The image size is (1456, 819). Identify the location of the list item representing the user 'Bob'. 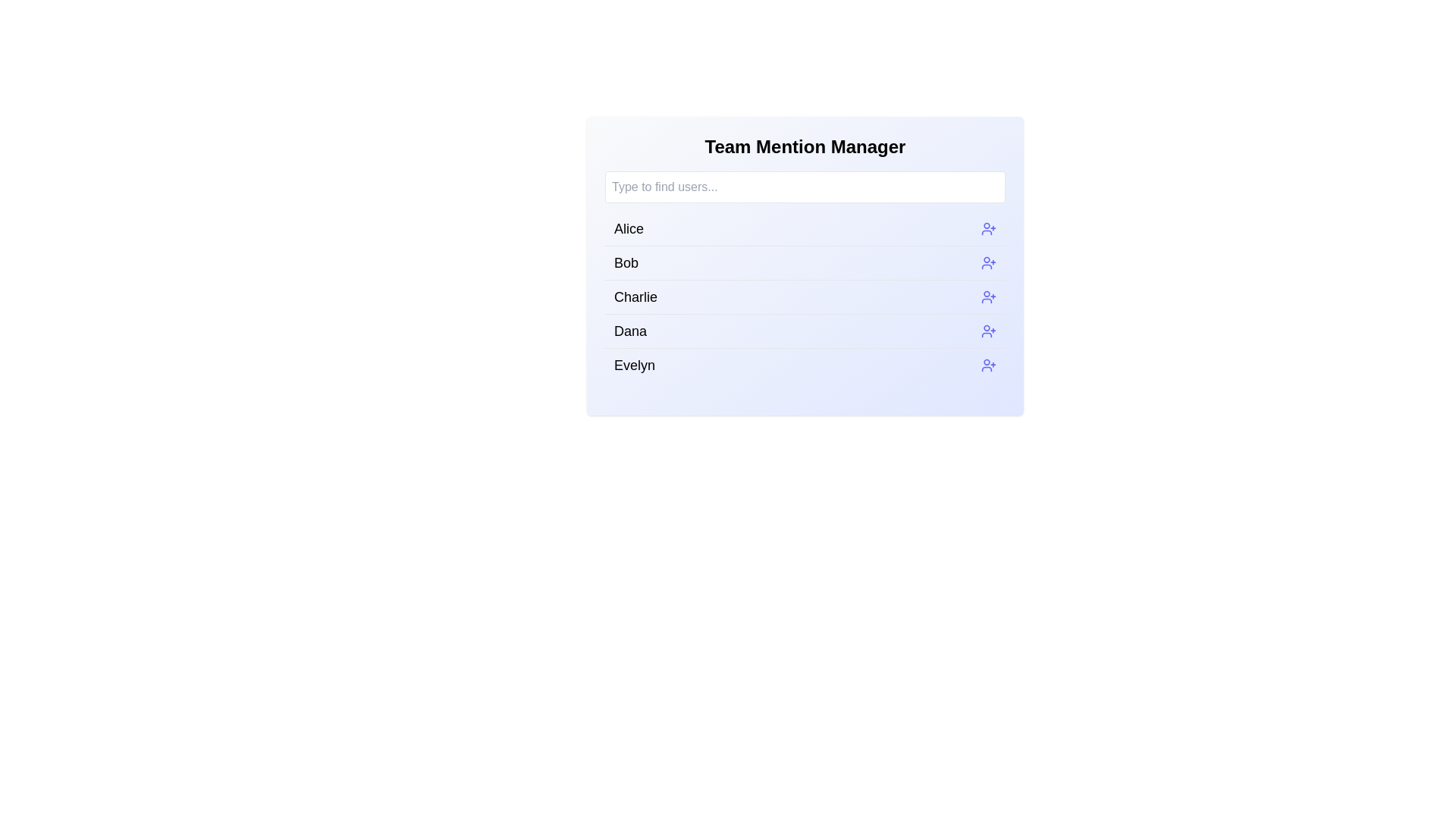
(804, 277).